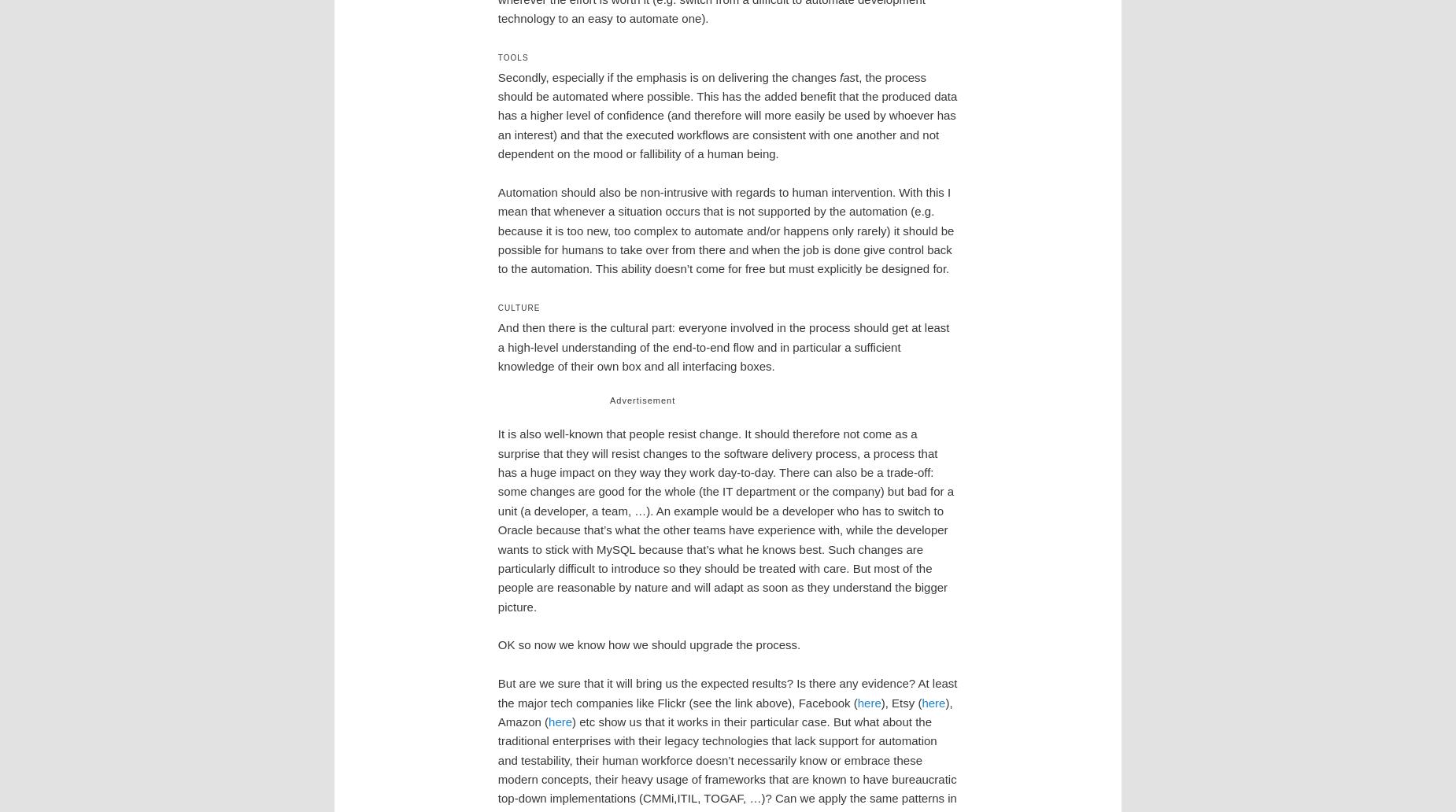 This screenshot has width=1456, height=812. Describe the element at coordinates (668, 76) in the screenshot. I see `'Secondly, especially if the emphasis is on delivering the changes'` at that location.